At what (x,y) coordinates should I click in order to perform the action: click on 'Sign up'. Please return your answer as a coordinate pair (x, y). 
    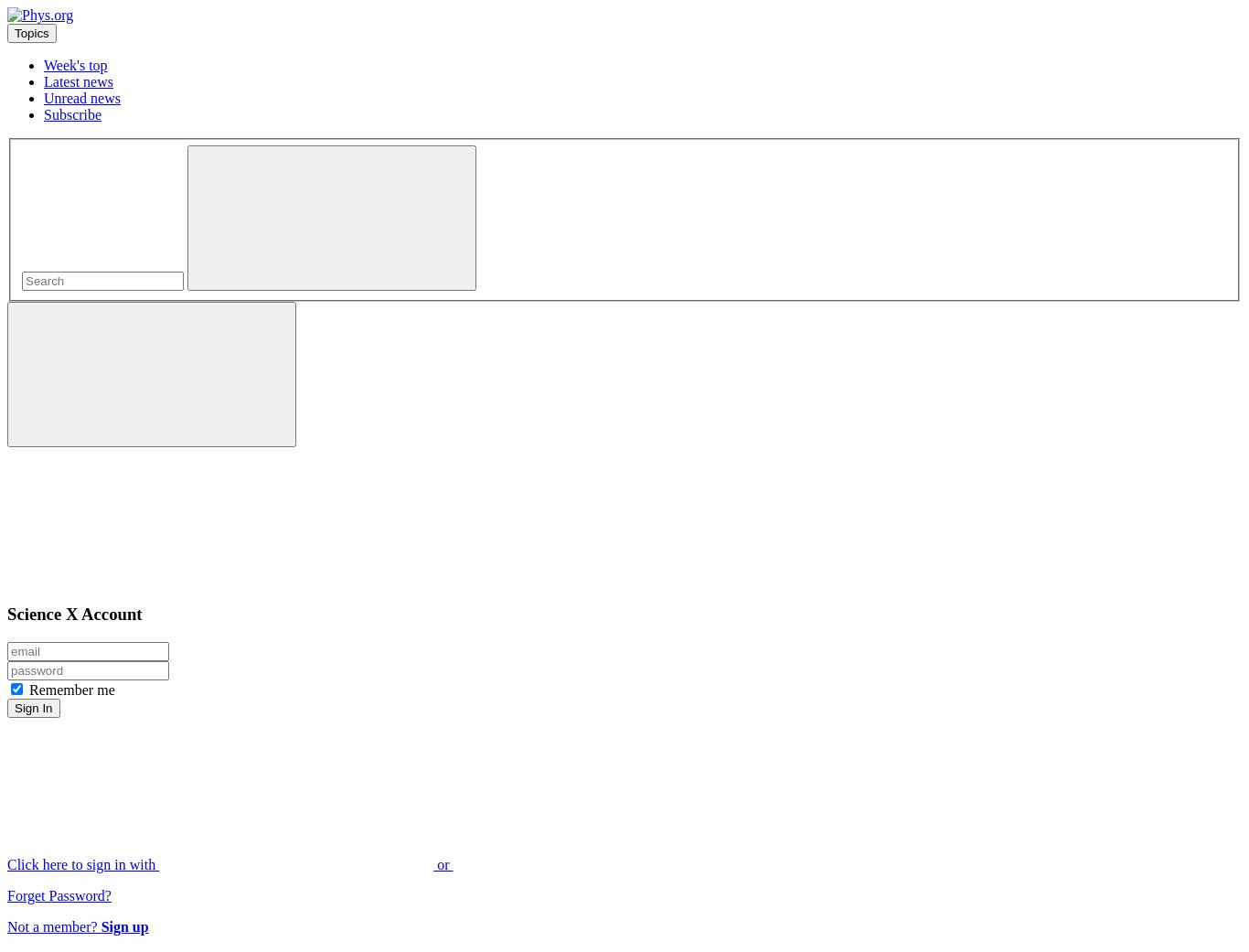
    Looking at the image, I should click on (123, 926).